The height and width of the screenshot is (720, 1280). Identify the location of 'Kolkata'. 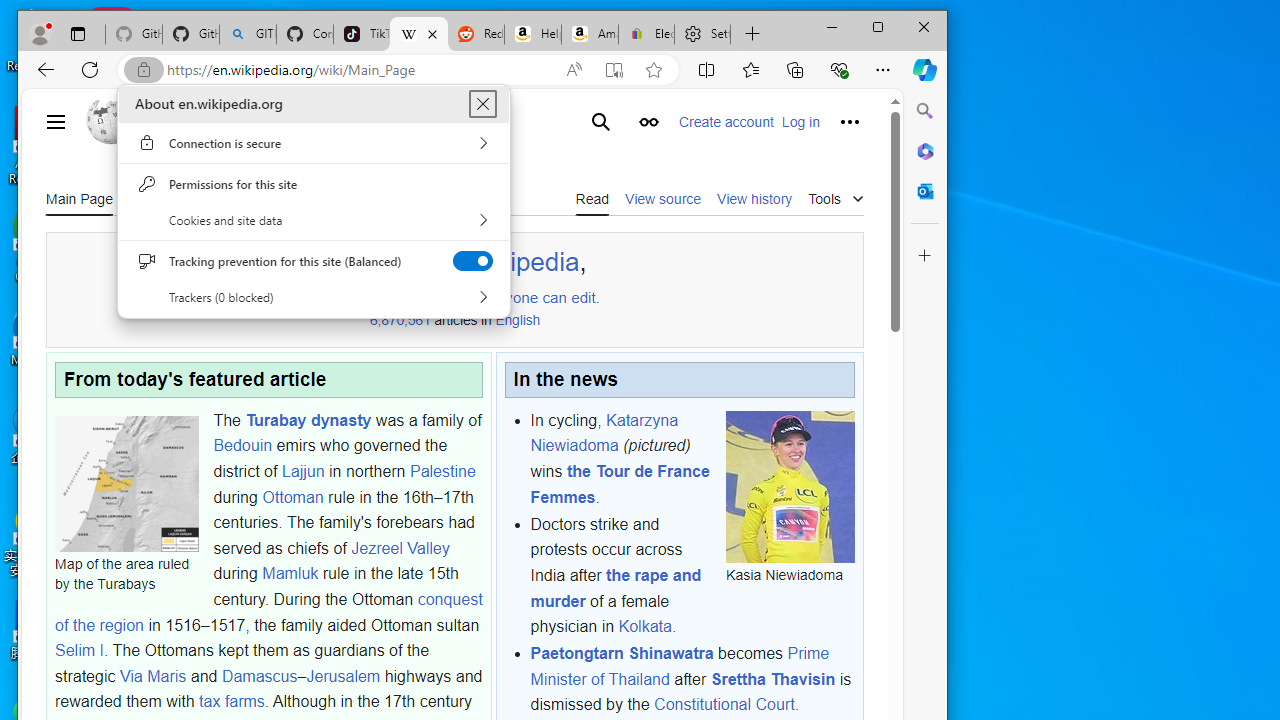
(645, 625).